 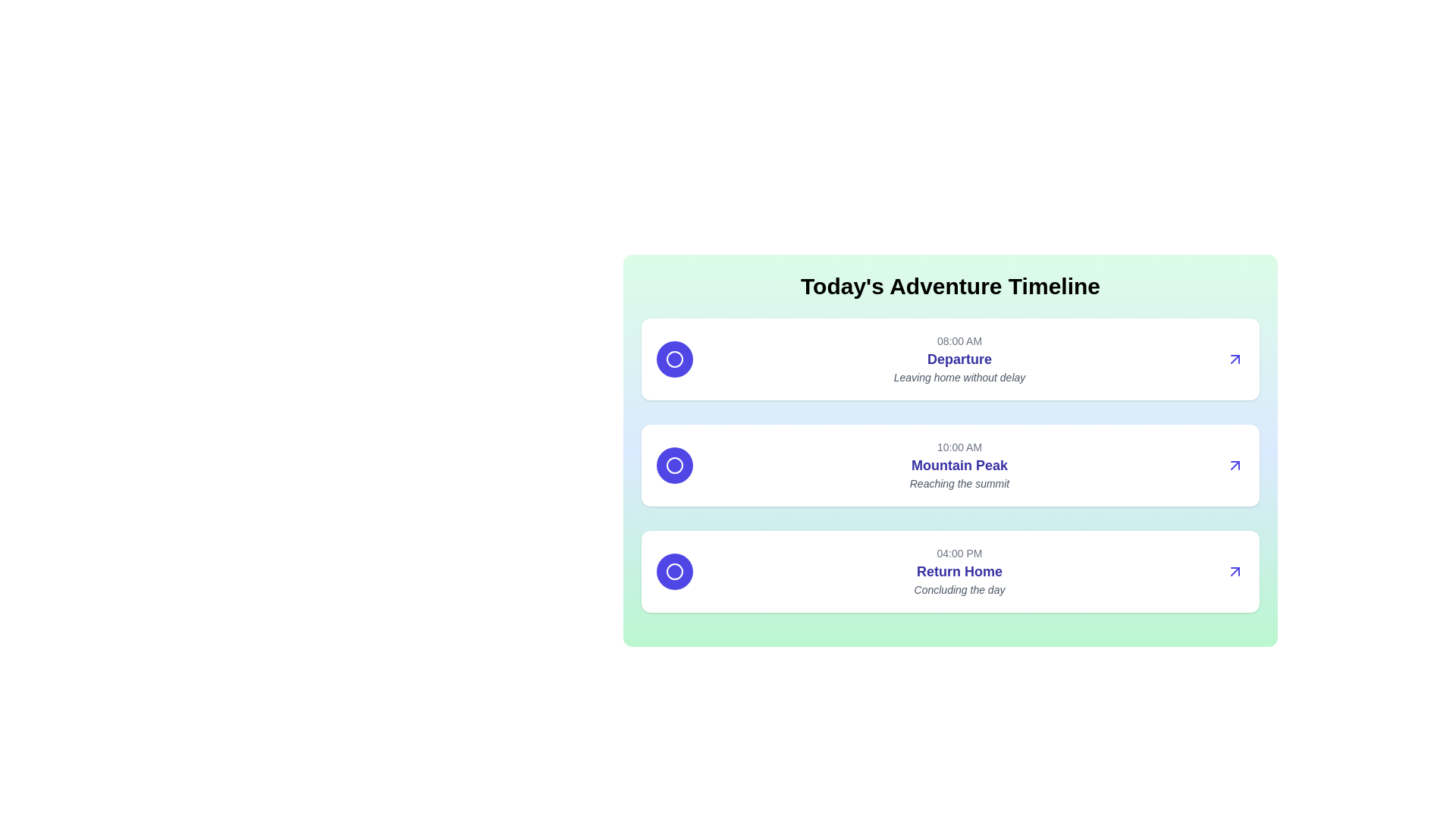 I want to click on the arrow icon indicating more details for the '10:00 AM Mountain Peak' timeline event, located on the far right side of the corresponding list item, so click(x=1235, y=464).